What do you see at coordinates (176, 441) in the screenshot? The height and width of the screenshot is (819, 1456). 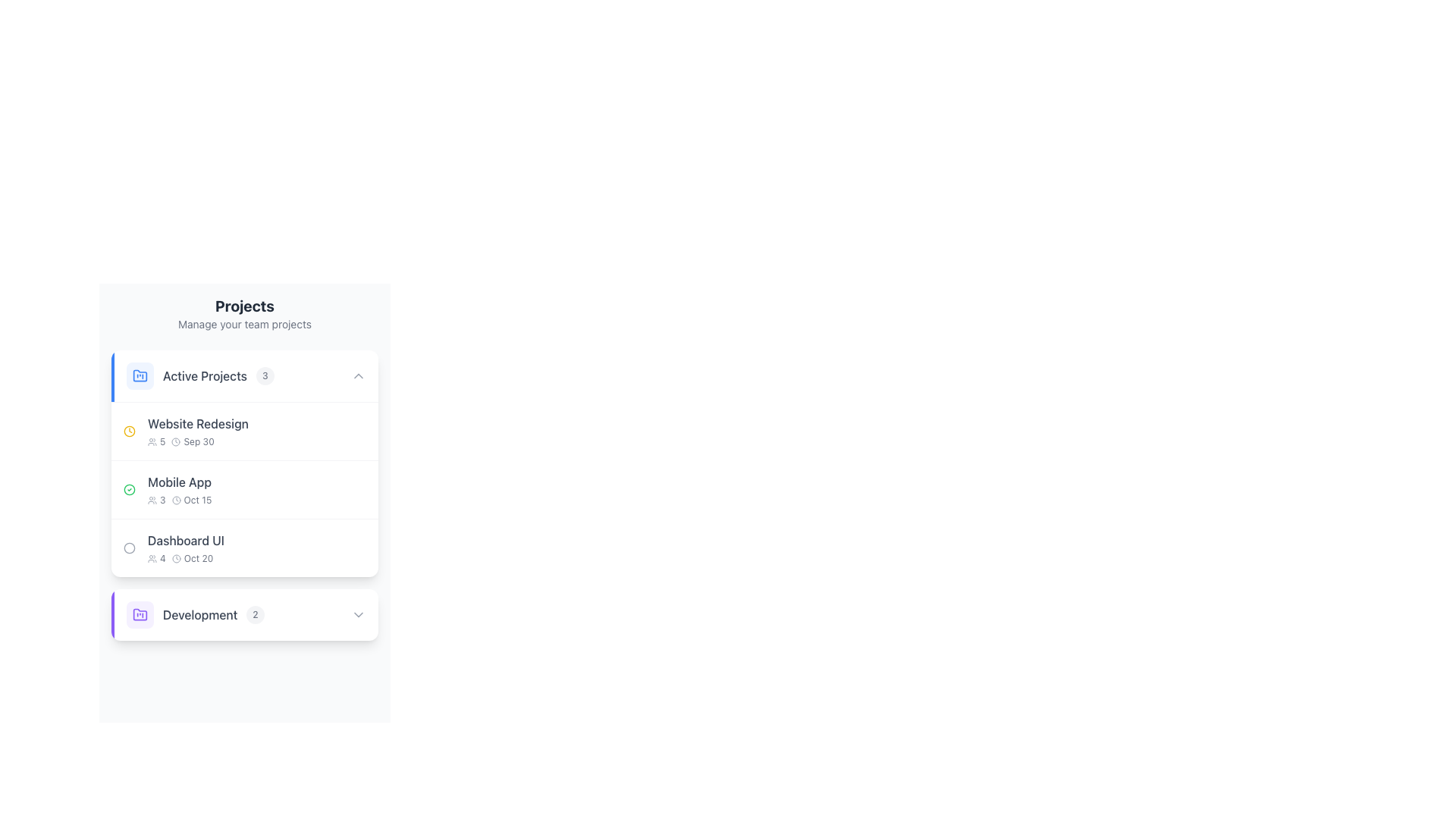 I see `the circular SVG graphic component that is part of the clock icon, located to the left of the 'Website Redesign' text in the 'Active Projects' section` at bounding box center [176, 441].